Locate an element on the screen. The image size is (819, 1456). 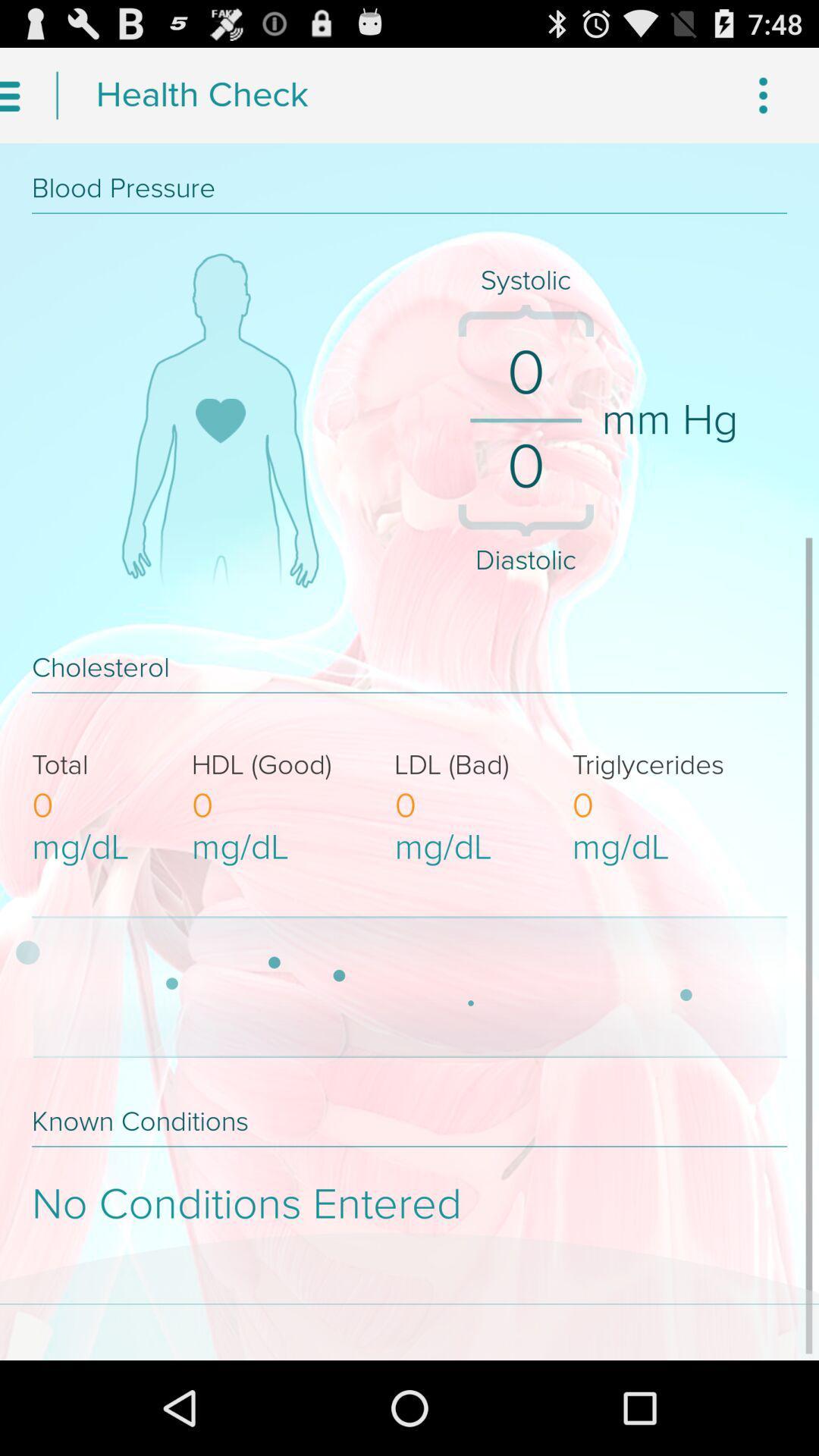
the separator which is left to mm hg is located at coordinates (525, 420).